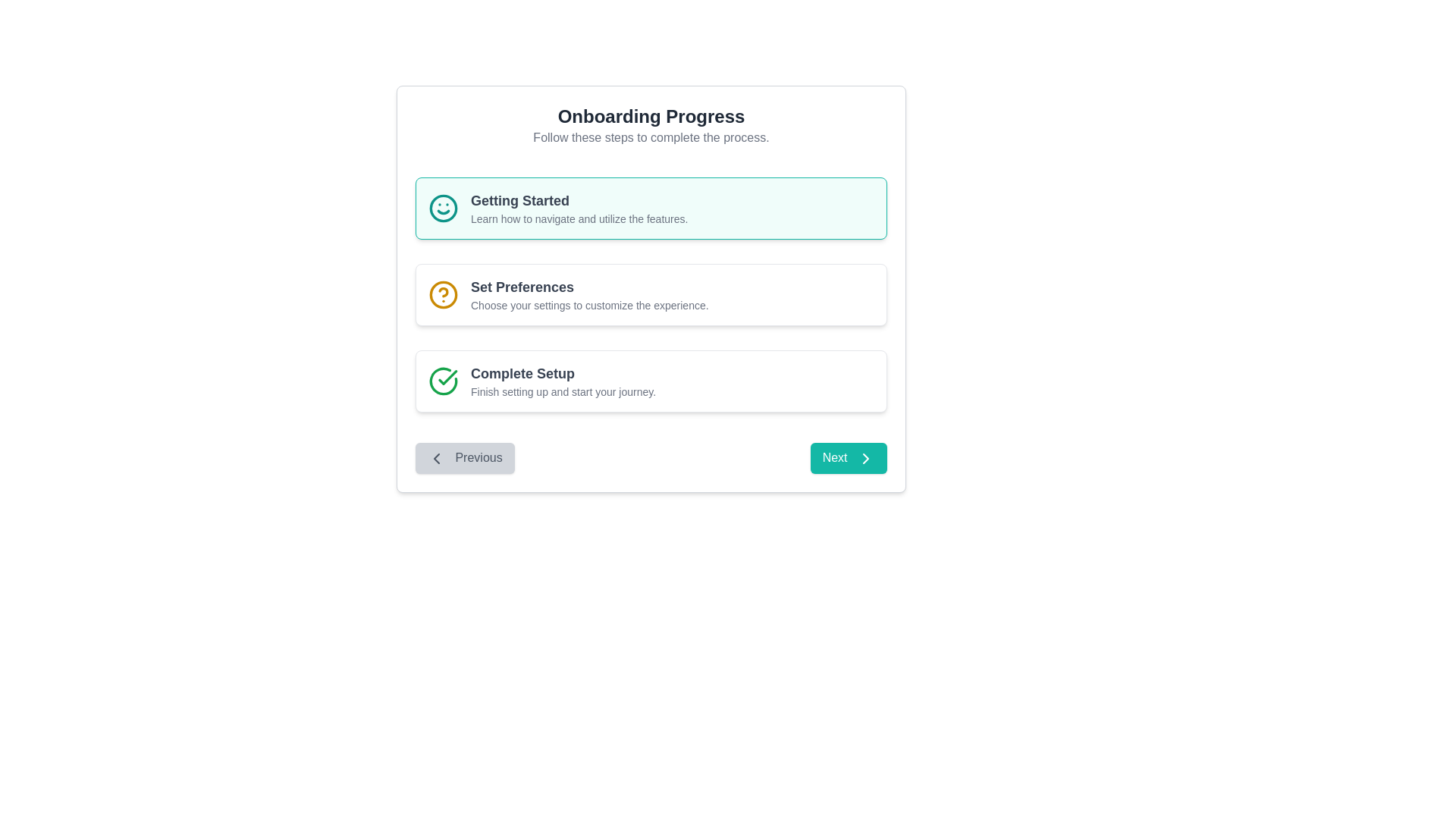  I want to click on the right arrow icon within the 'Next' button, which indicates a forward navigation action, so click(866, 457).